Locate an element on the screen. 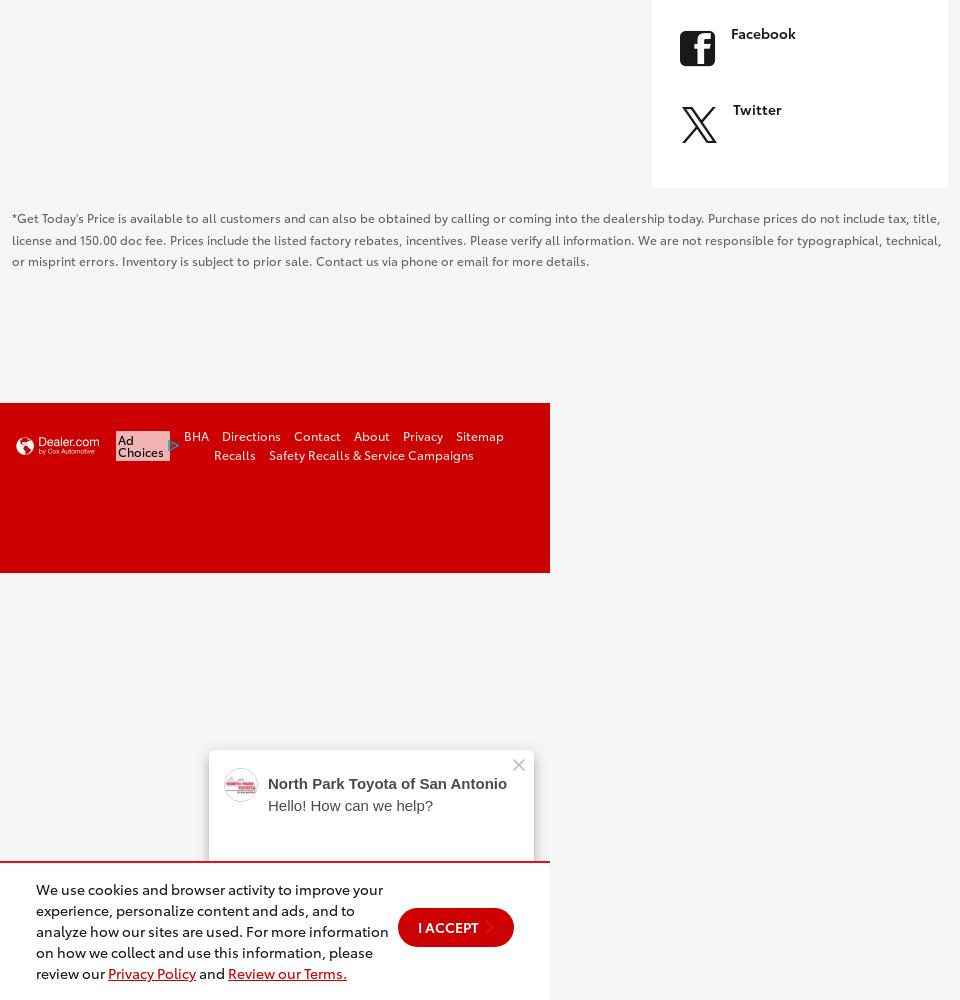 This screenshot has height=1000, width=960. 'Twitter' is located at coordinates (755, 108).